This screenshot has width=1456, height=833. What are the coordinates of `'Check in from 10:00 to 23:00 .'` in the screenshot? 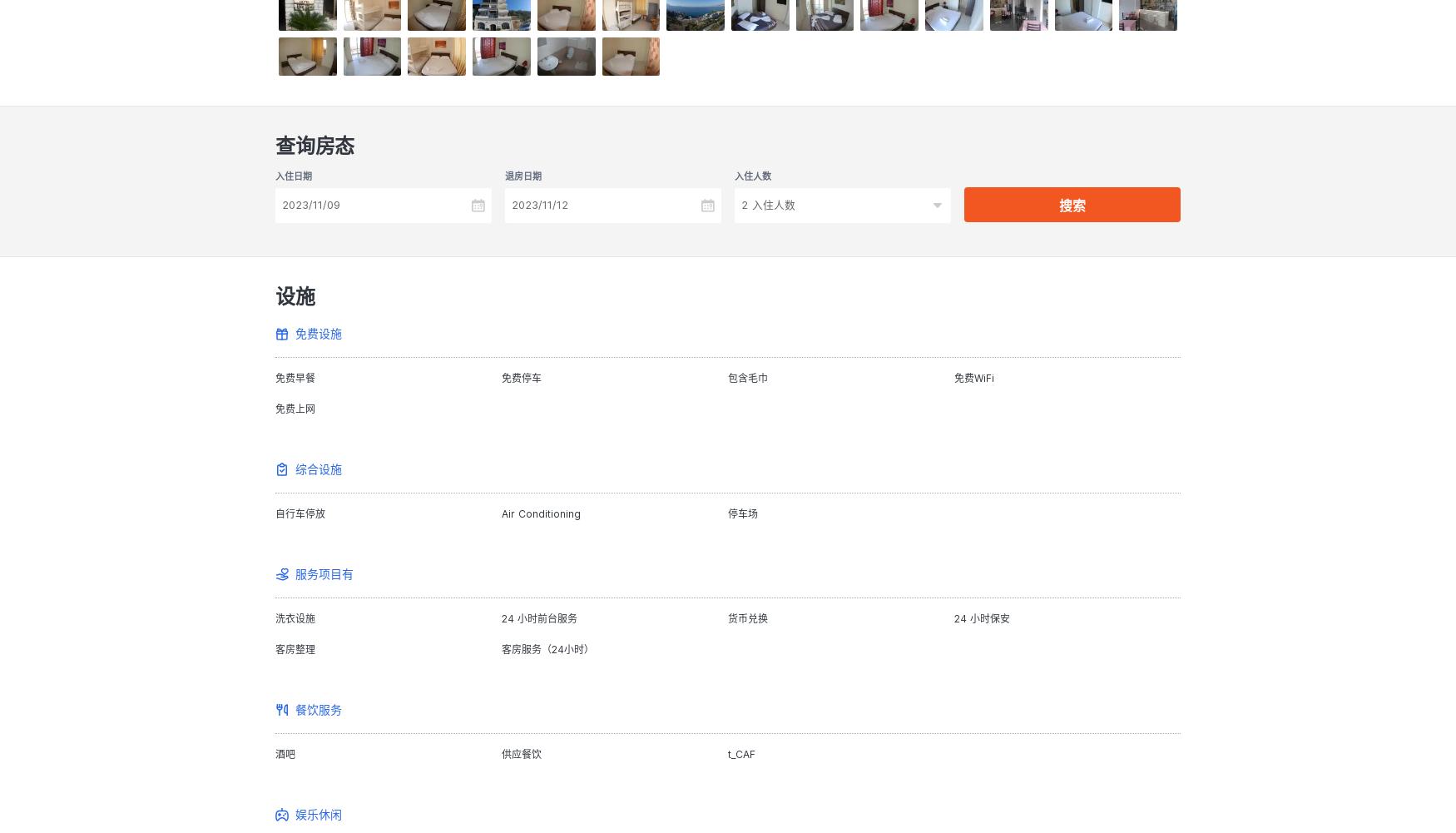 It's located at (602, 102).